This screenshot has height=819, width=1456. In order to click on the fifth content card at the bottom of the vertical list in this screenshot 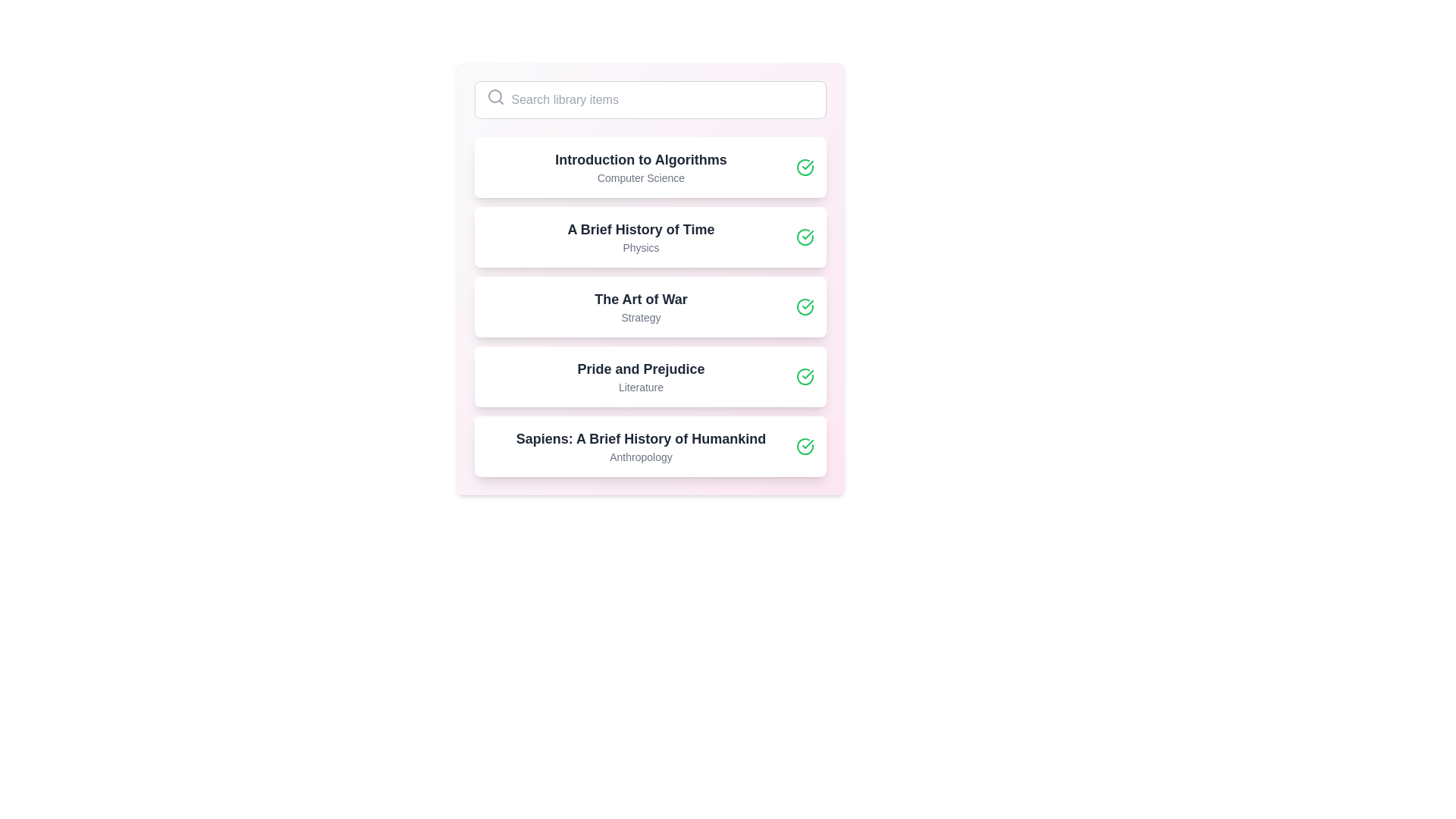, I will do `click(650, 446)`.